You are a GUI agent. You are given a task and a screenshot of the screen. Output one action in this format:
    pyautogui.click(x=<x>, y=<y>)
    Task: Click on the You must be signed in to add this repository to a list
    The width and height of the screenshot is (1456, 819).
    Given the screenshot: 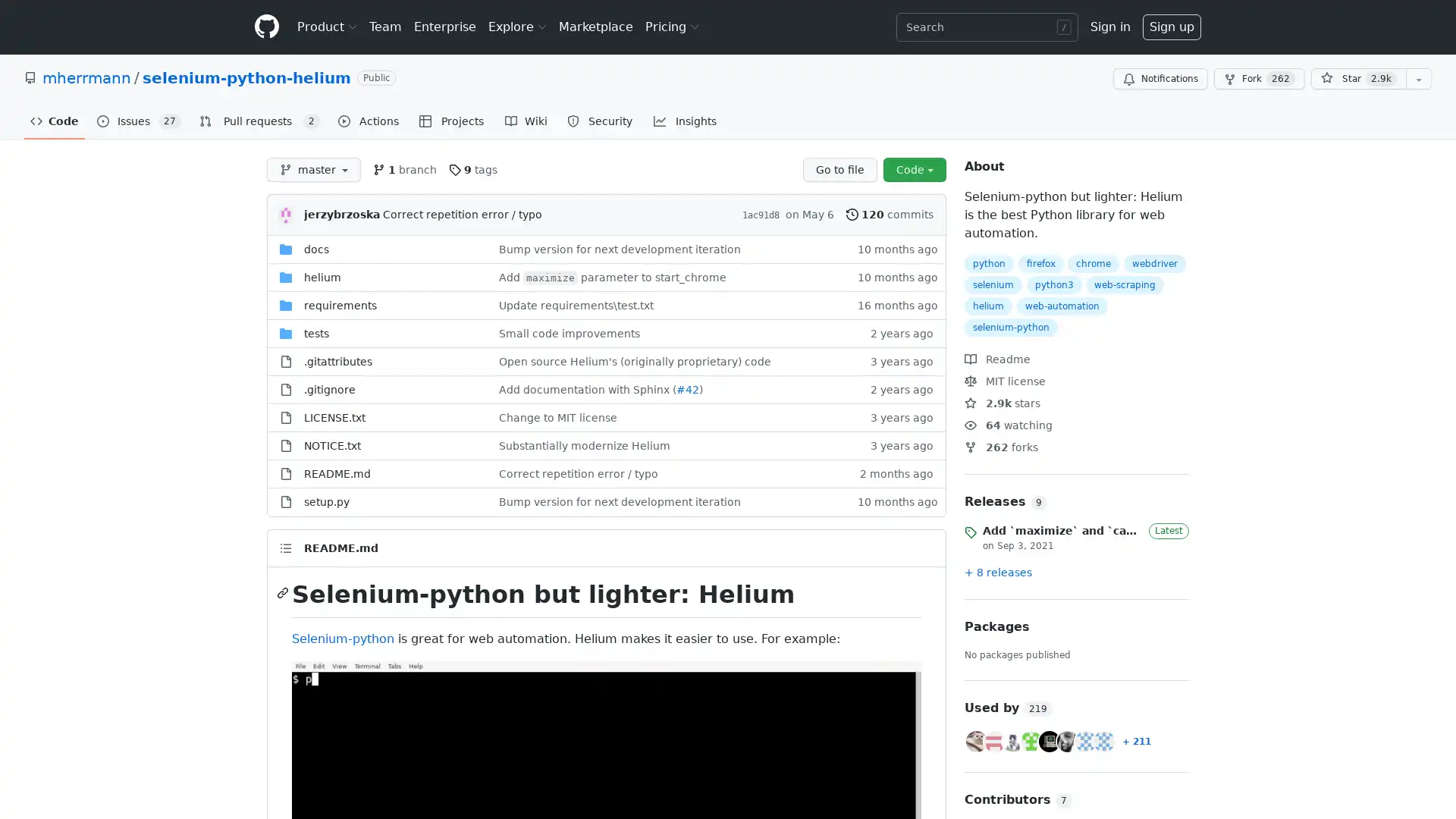 What is the action you would take?
    pyautogui.click(x=1418, y=79)
    